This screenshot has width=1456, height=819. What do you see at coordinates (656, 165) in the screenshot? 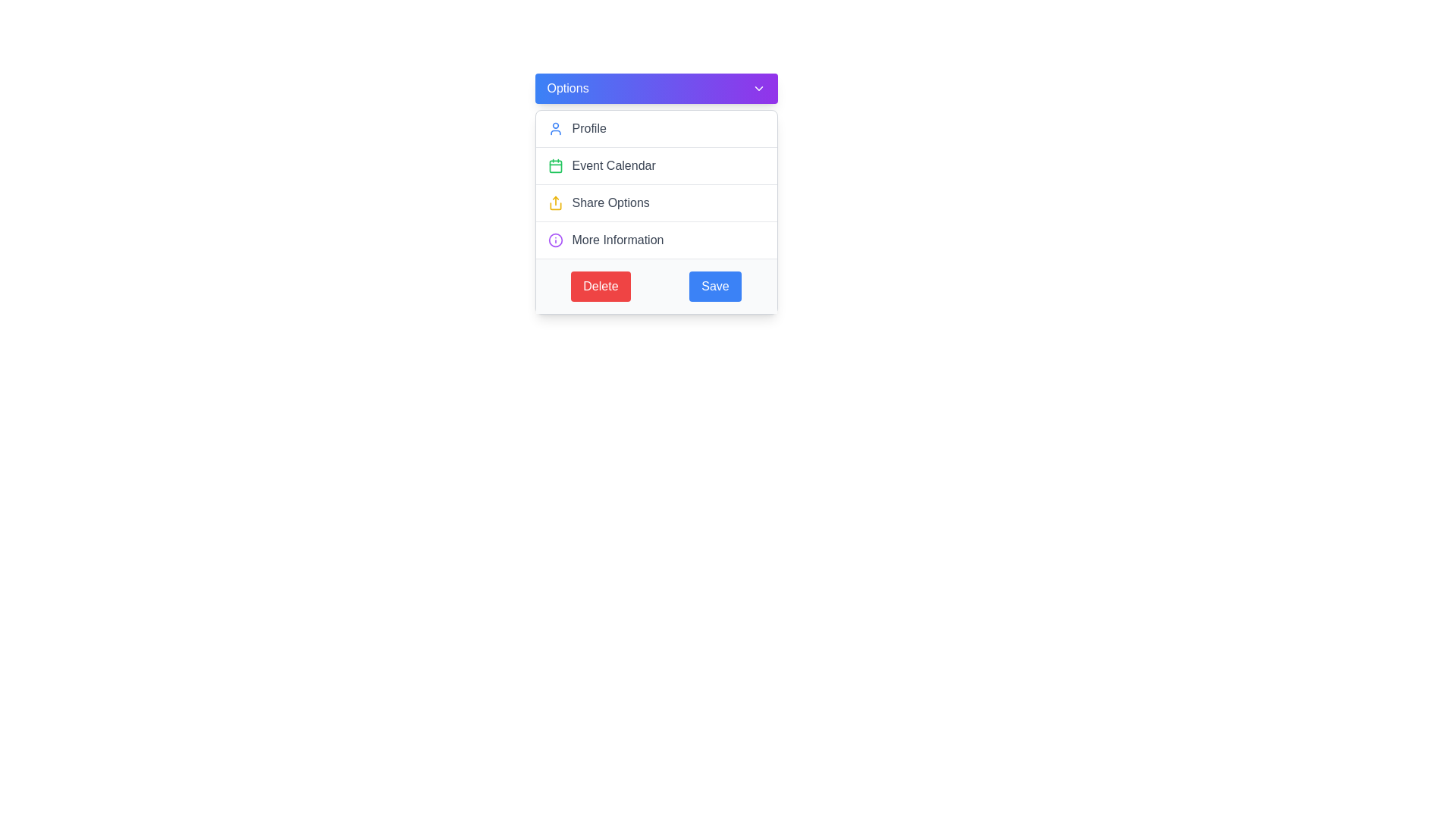
I see `the second menu item in the dropdown list, which is located below the 'Profile' menu item and above 'Share Options'` at bounding box center [656, 165].